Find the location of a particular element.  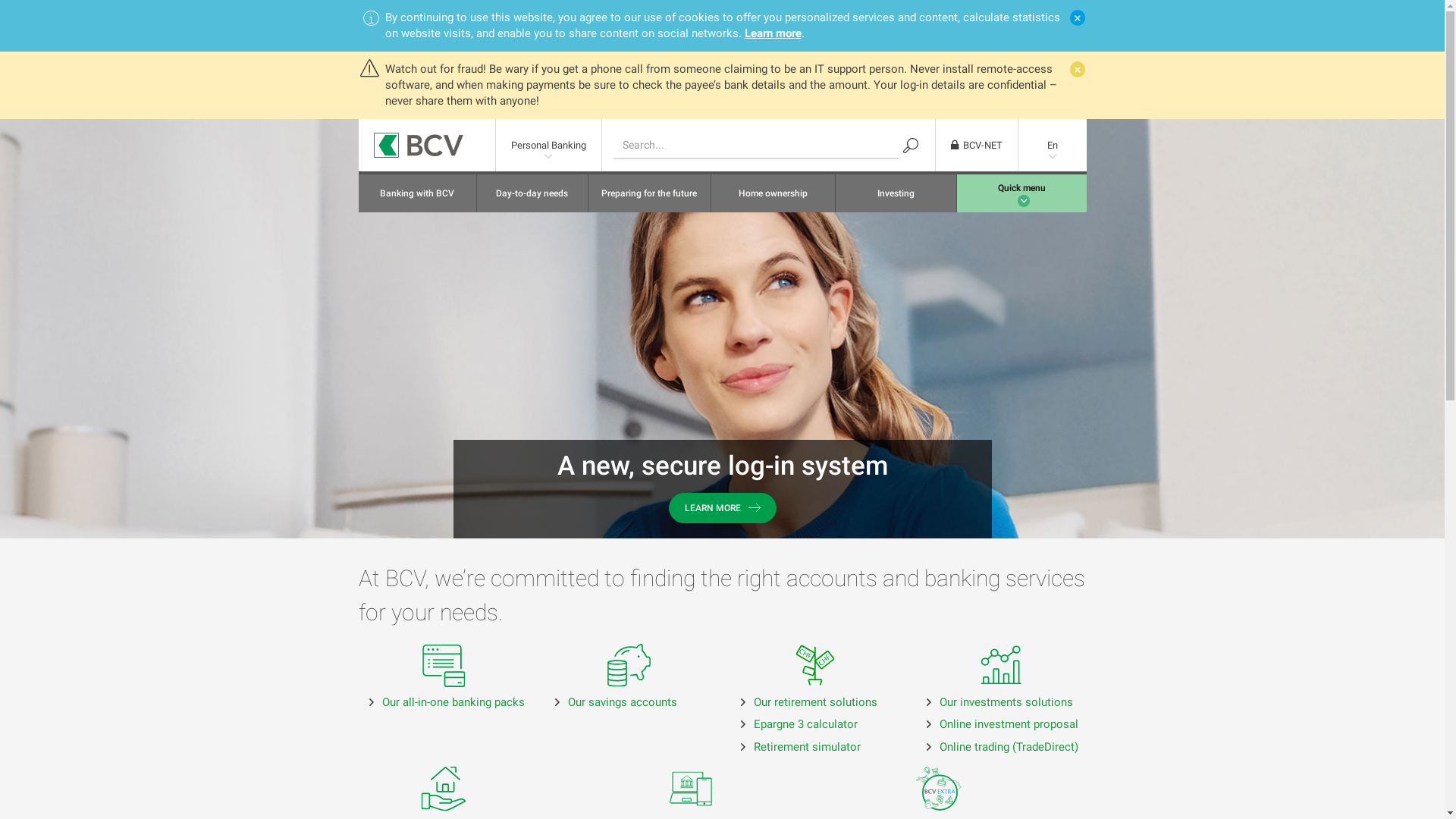

'Home ownership' is located at coordinates (773, 192).